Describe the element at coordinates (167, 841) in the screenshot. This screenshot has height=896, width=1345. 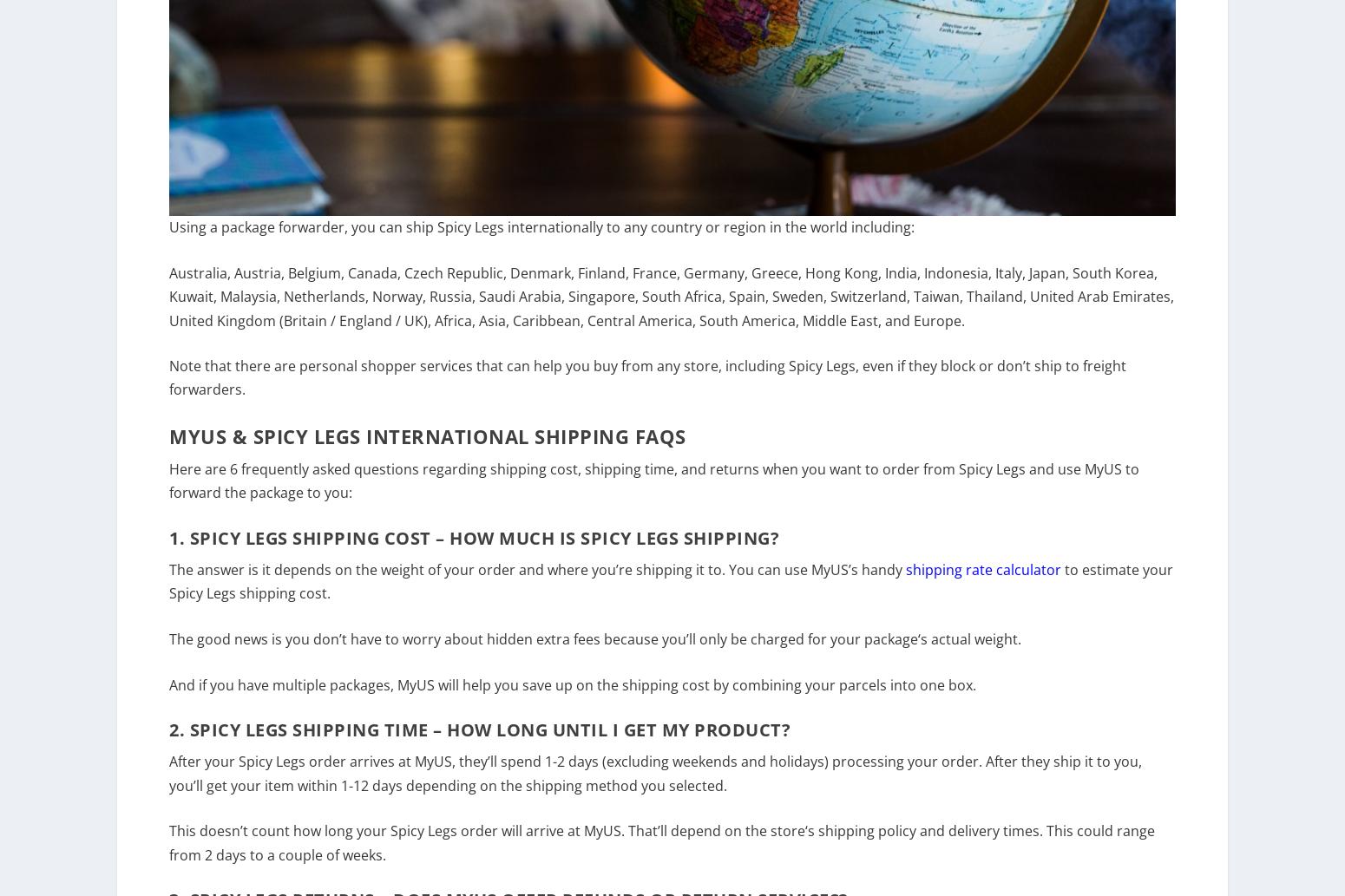
I see `'This doesn’t count how long your Spicy Legs'` at that location.